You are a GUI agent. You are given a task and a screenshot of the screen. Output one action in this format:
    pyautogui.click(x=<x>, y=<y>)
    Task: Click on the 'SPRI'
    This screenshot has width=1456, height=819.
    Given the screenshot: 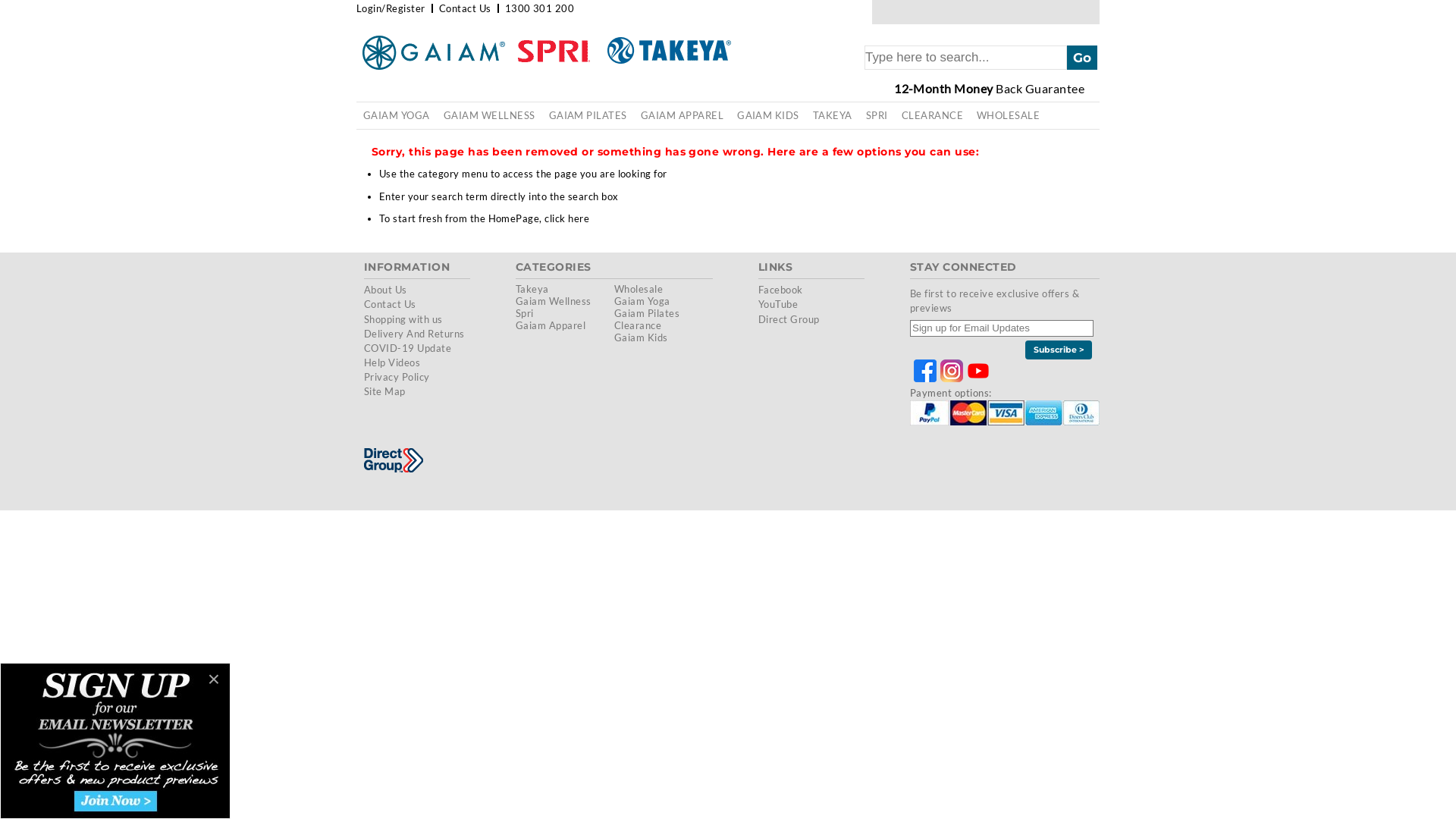 What is the action you would take?
    pyautogui.click(x=877, y=115)
    